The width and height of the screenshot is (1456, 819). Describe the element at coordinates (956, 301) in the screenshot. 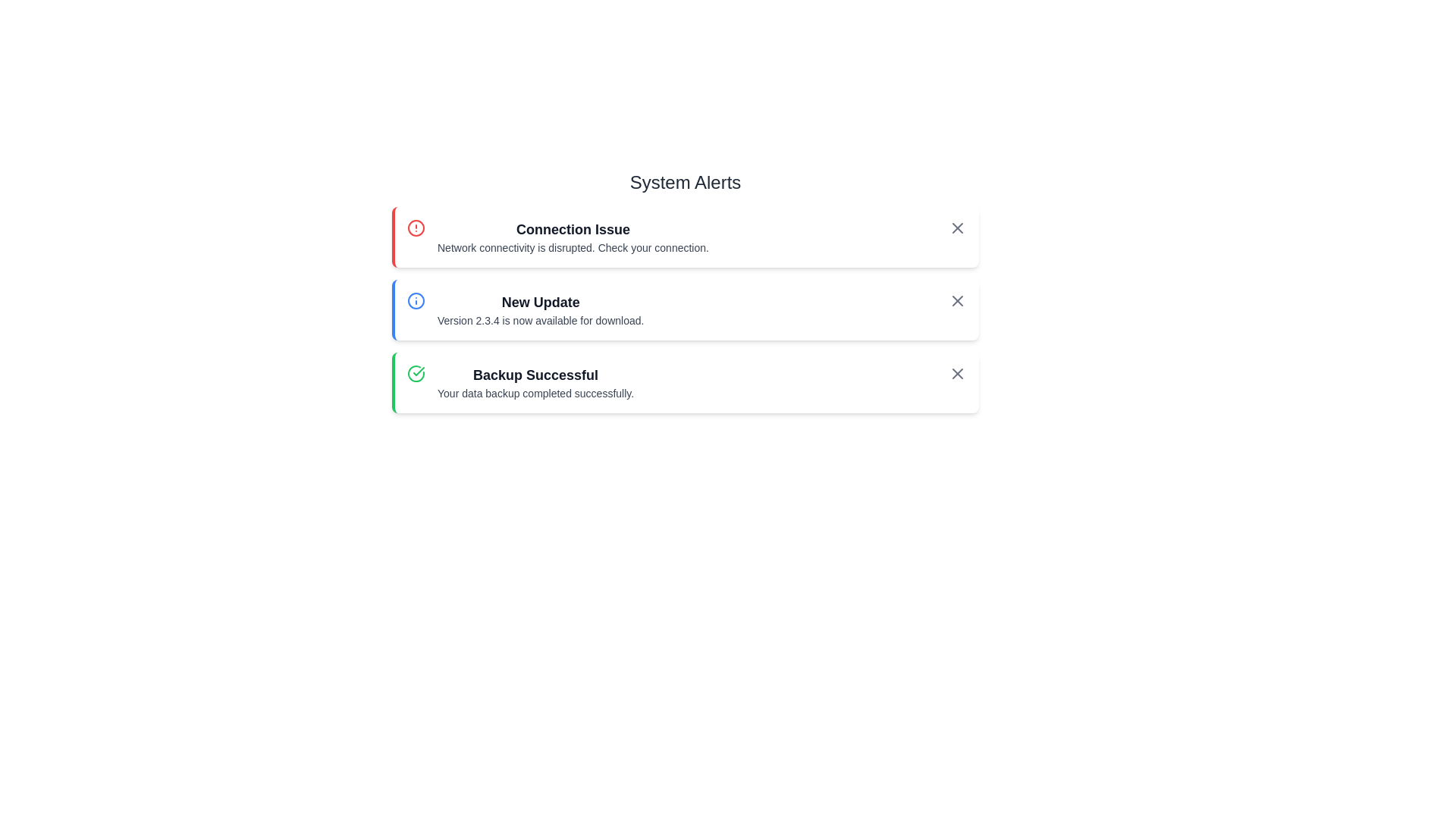

I see `the small 'X'-shaped close icon located in the 'New Update' alert component` at that location.